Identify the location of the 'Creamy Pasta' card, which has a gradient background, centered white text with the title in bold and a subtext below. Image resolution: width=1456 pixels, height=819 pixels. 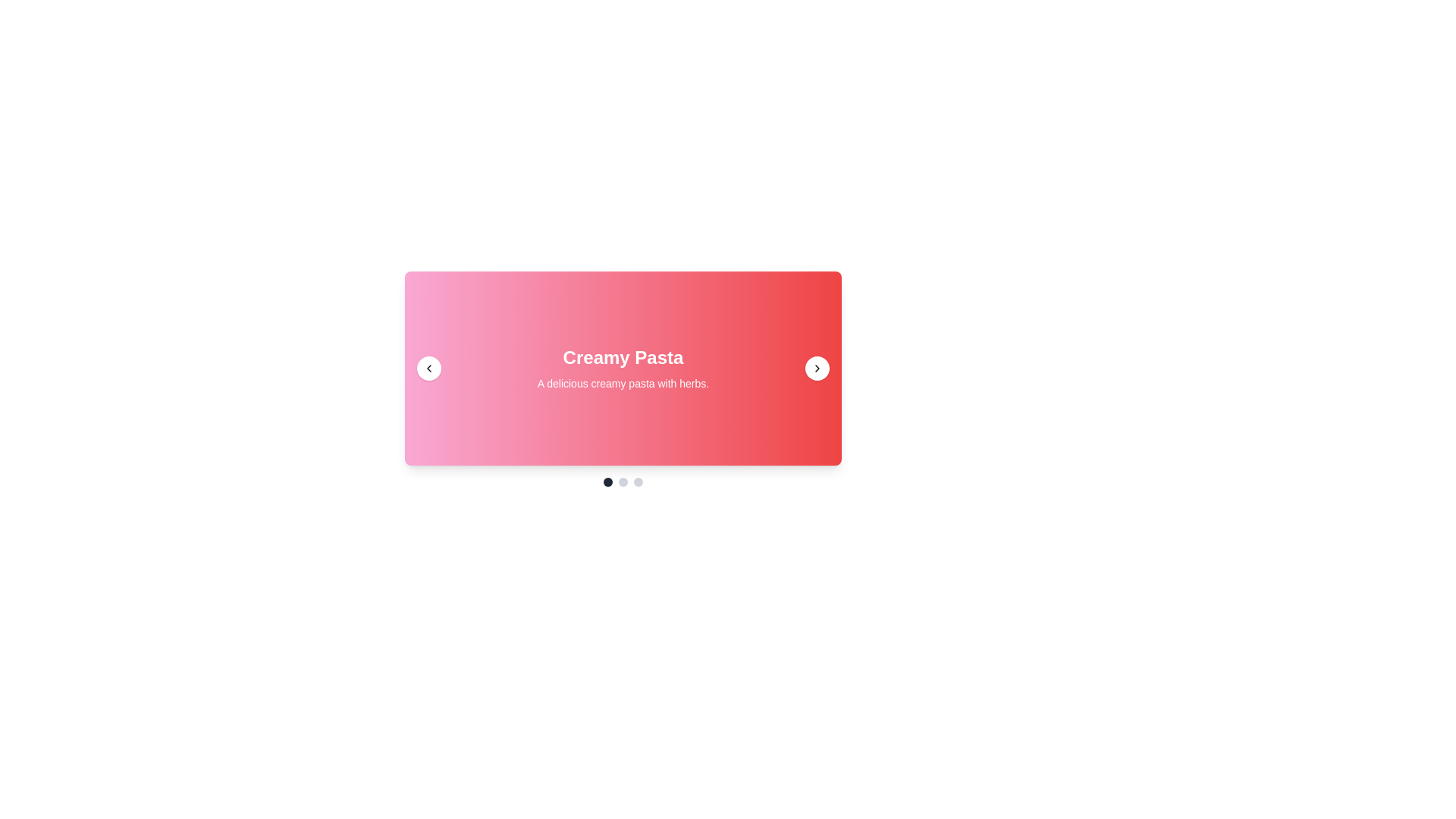
(623, 369).